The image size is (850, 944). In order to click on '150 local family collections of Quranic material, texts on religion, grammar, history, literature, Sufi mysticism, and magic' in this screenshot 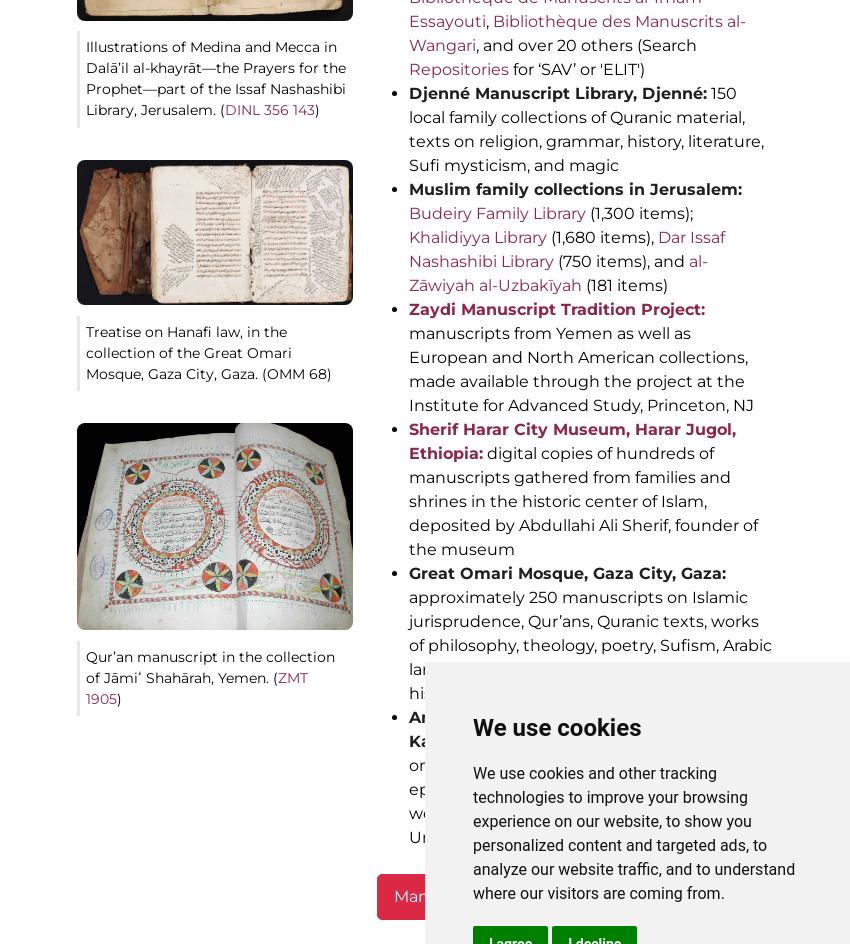, I will do `click(586, 129)`.